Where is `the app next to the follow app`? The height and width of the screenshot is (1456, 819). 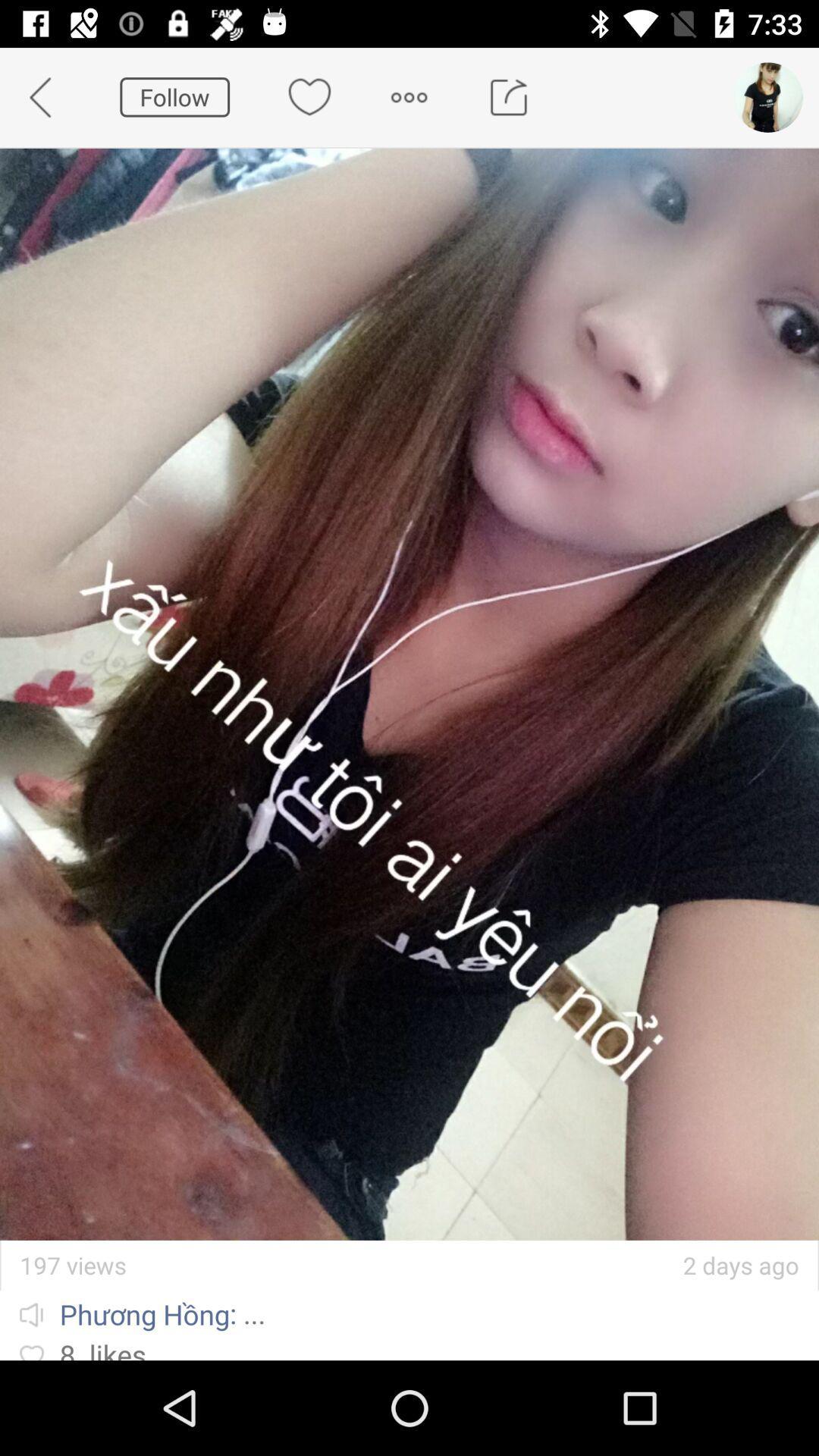 the app next to the follow app is located at coordinates (49, 96).